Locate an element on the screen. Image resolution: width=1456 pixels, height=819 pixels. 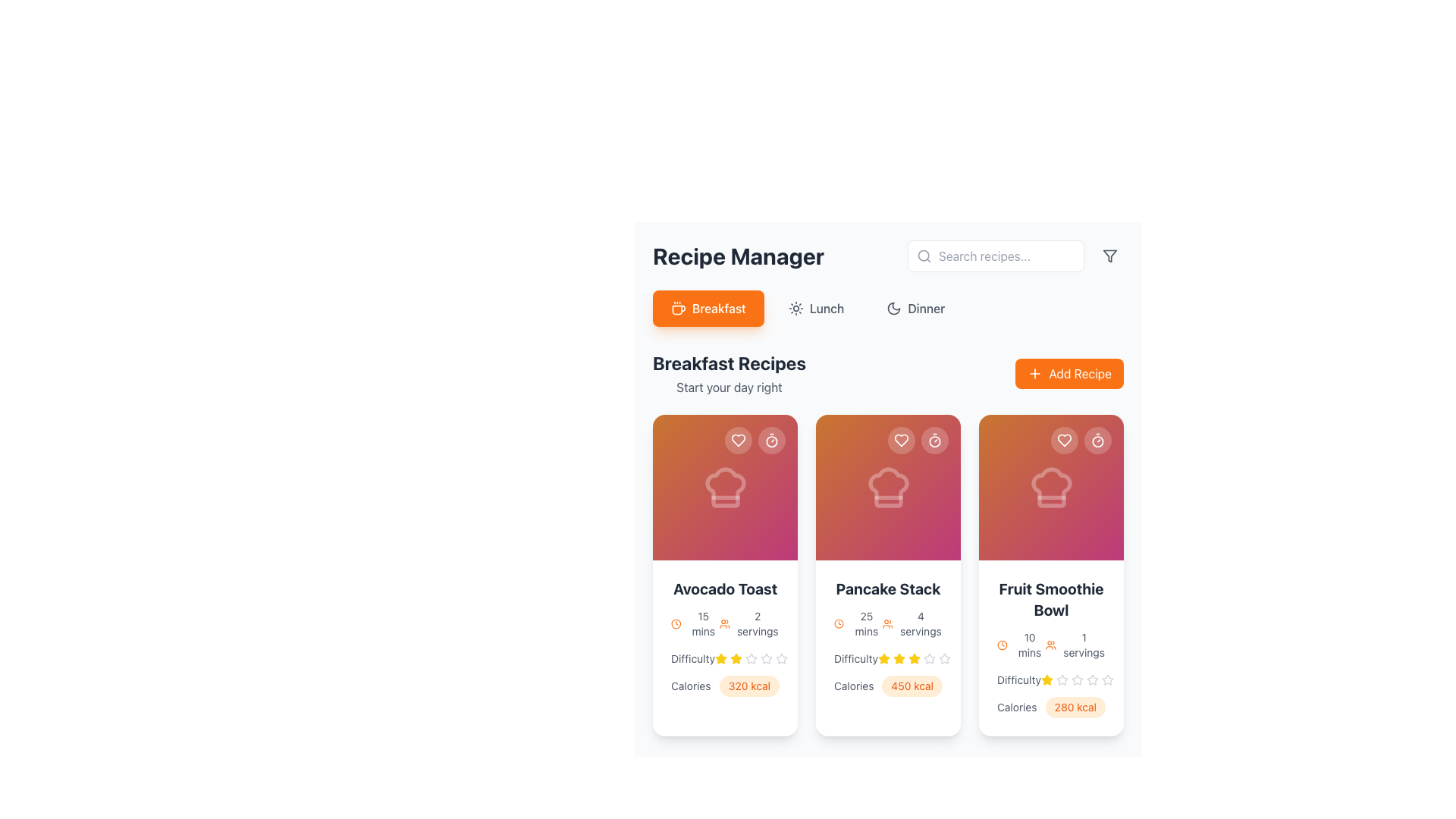
the circular button with a white stopwatch icon located at the top right corner of the 'Fruit Smoothie Bowl' recipe card is located at coordinates (1098, 441).